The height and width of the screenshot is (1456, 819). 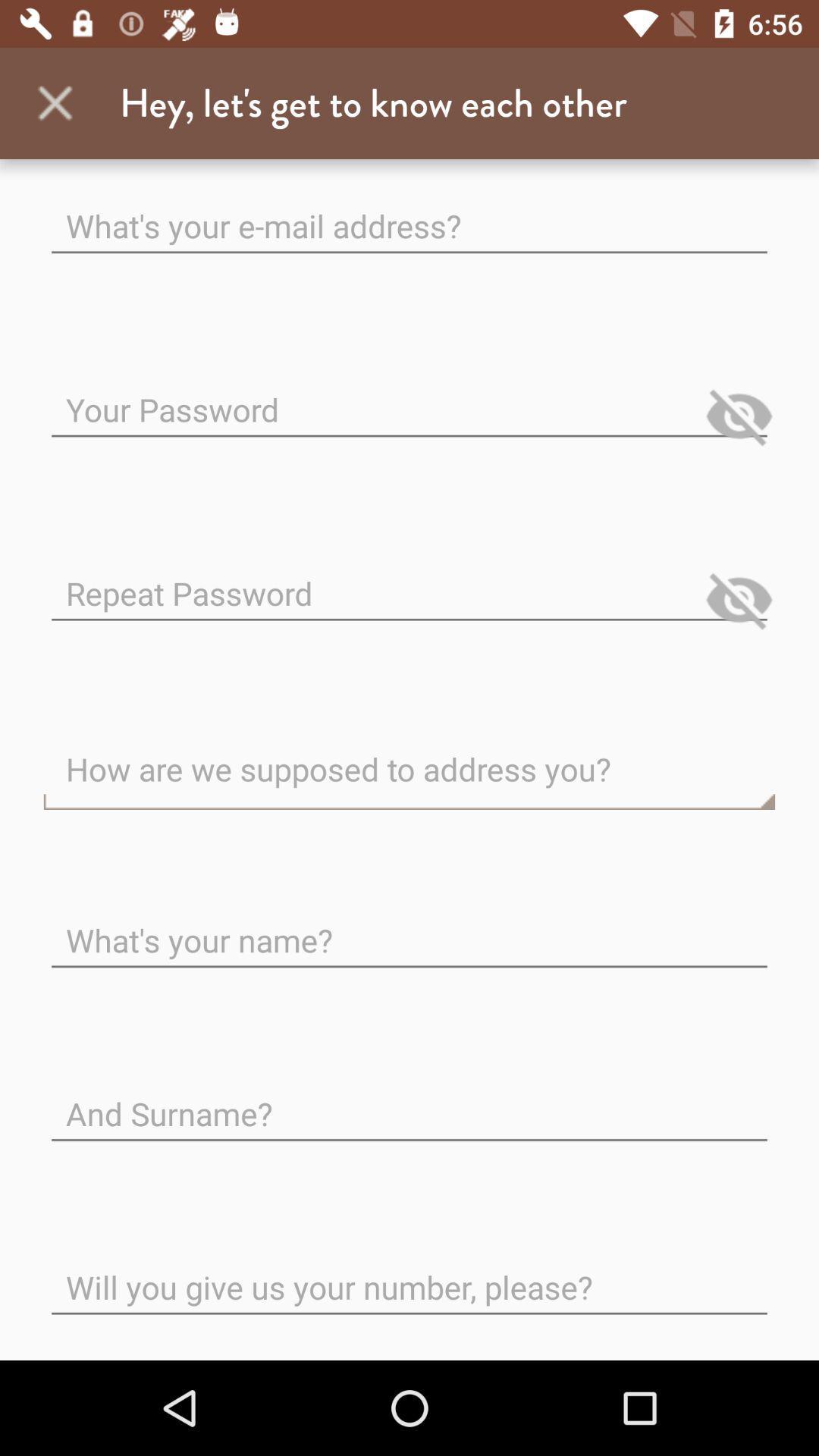 What do you see at coordinates (409, 927) in the screenshot?
I see `your name on the box` at bounding box center [409, 927].